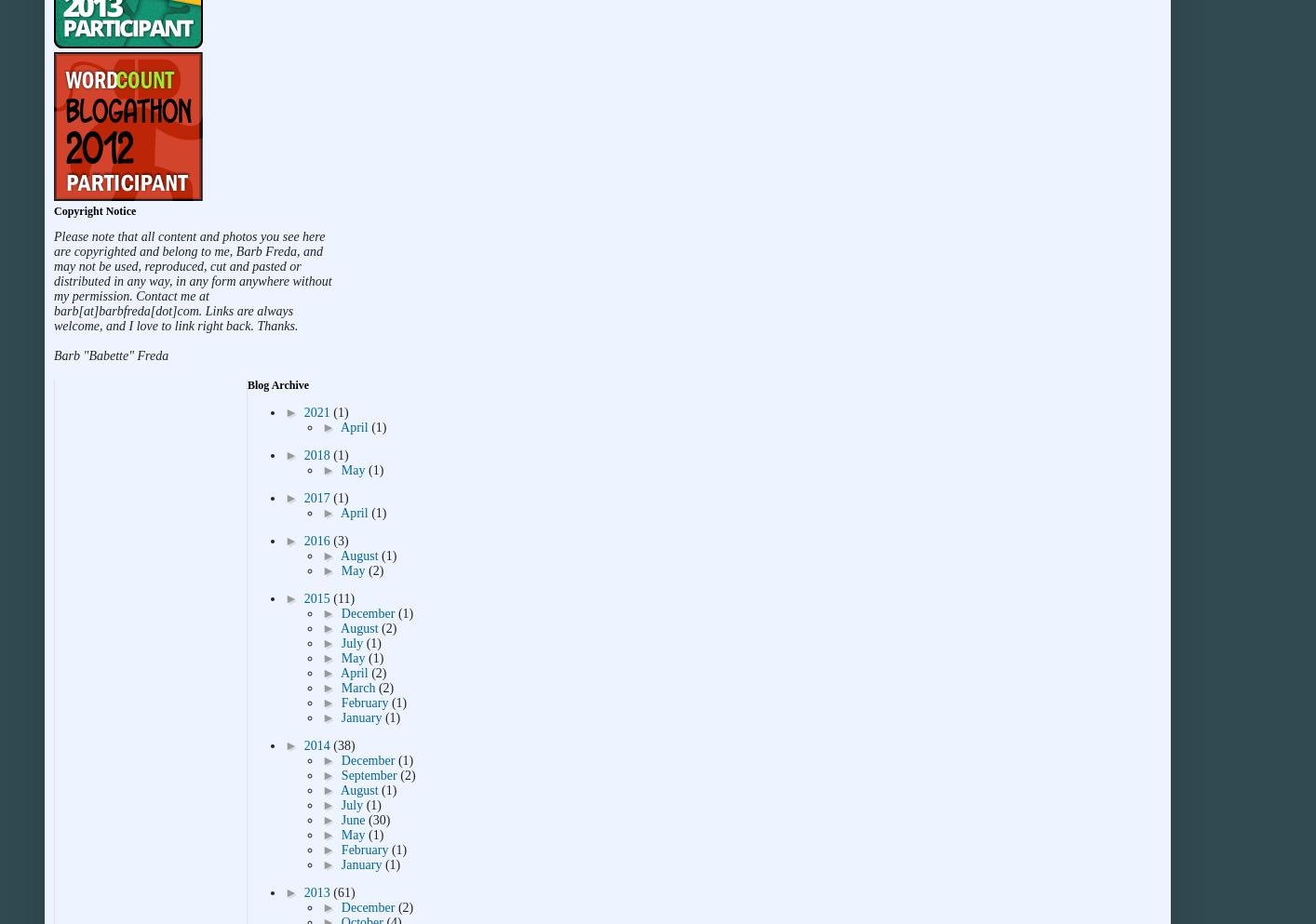 The width and height of the screenshot is (1316, 924). What do you see at coordinates (340, 820) in the screenshot?
I see `'June'` at bounding box center [340, 820].